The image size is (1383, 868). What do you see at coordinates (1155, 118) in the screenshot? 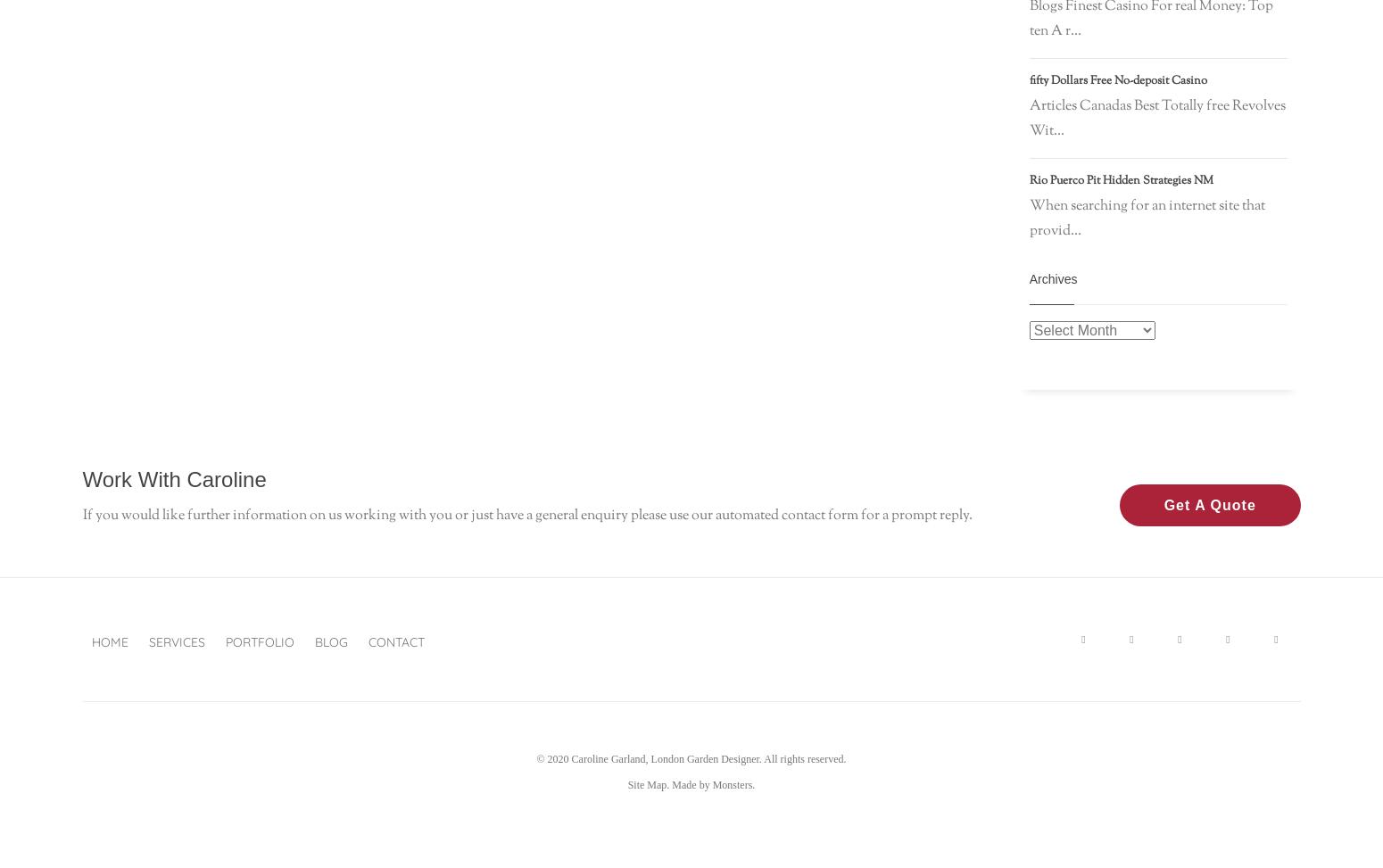
I see `'Articles Canadas Best Totally free Revolves Wit...'` at bounding box center [1155, 118].